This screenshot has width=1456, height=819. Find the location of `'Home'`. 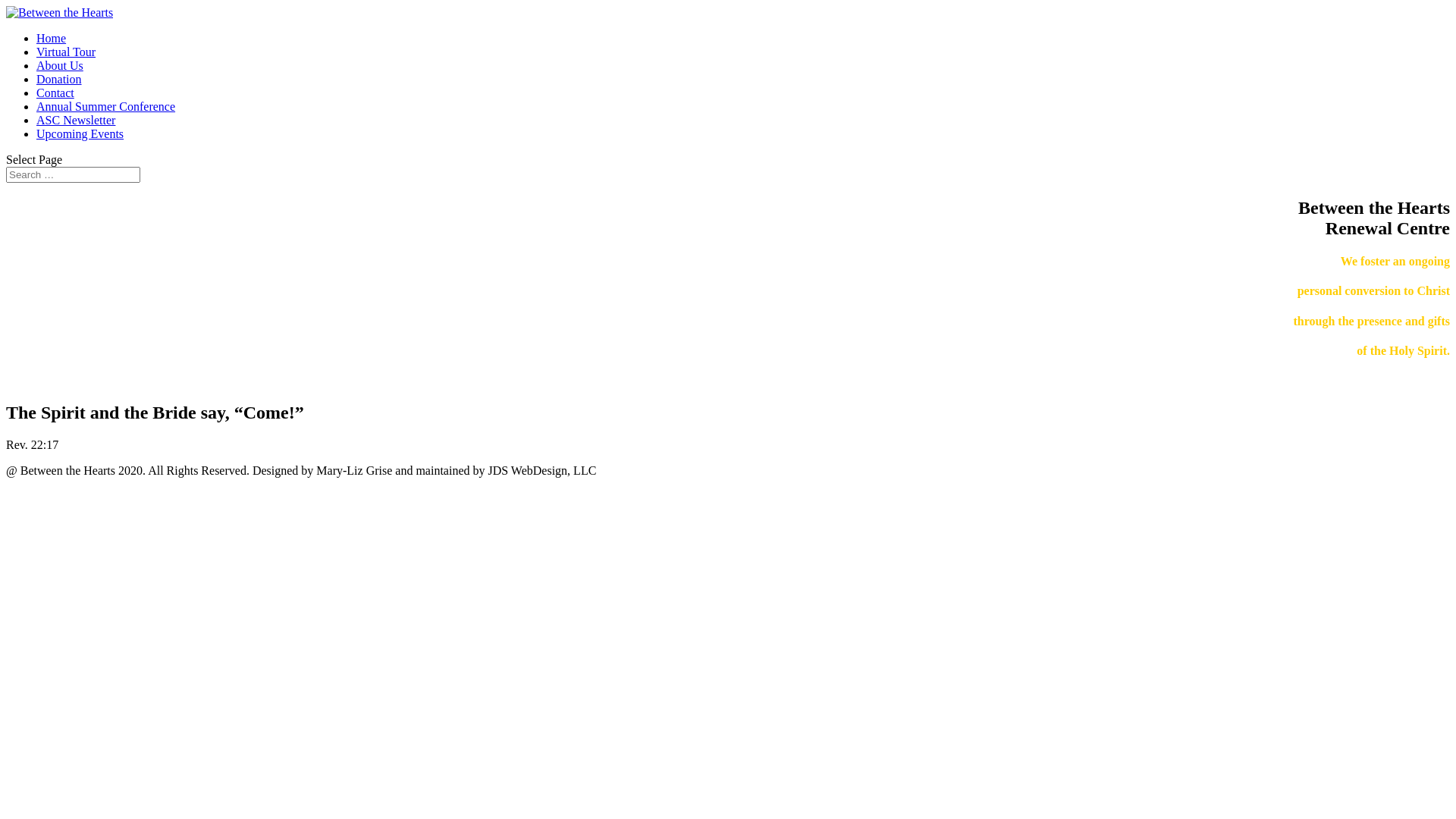

'Home' is located at coordinates (51, 37).